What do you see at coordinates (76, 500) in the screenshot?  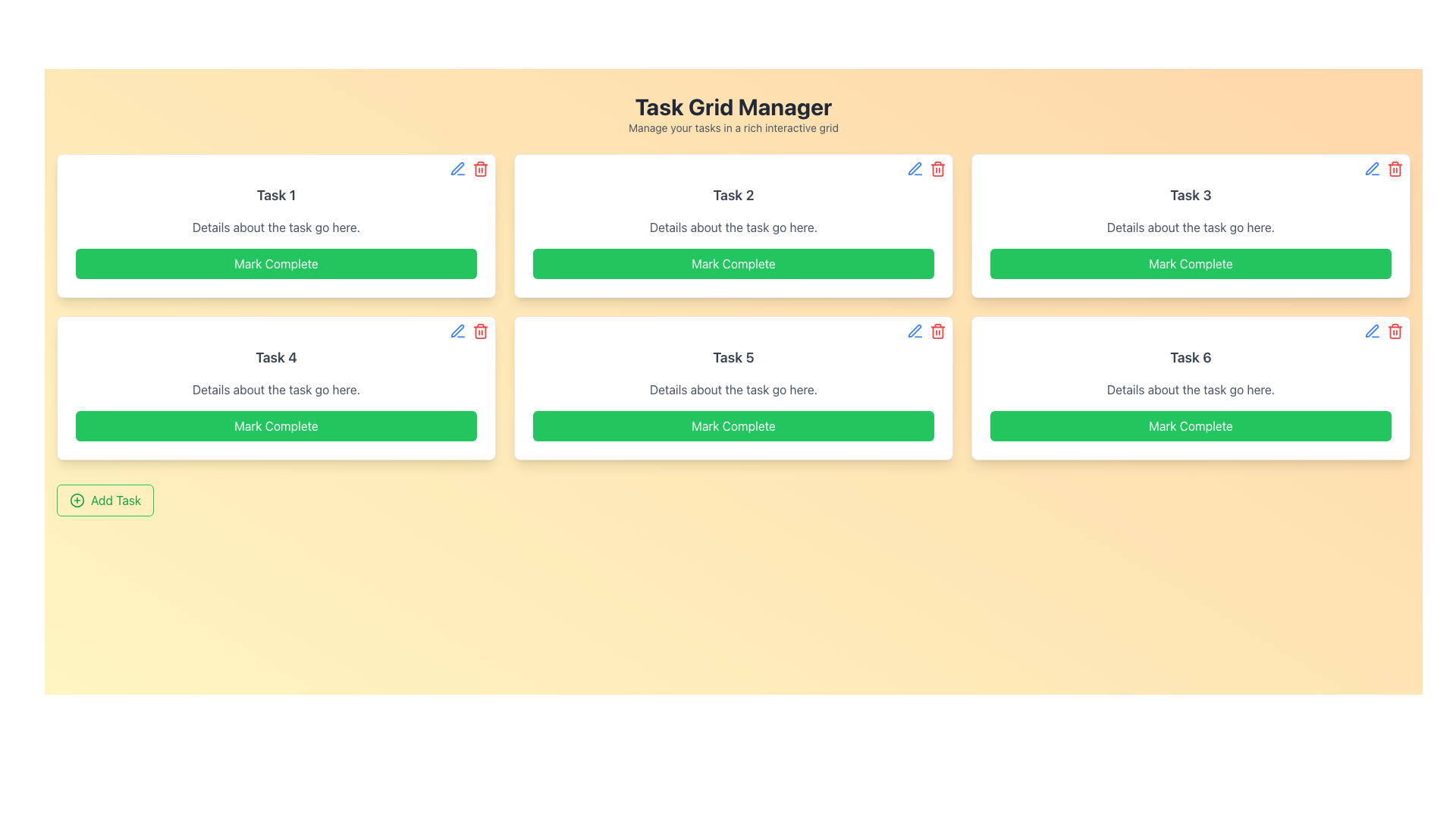 I see `the circular icon located within the 'Add Task' button at the bottom-left corner of the interface` at bounding box center [76, 500].